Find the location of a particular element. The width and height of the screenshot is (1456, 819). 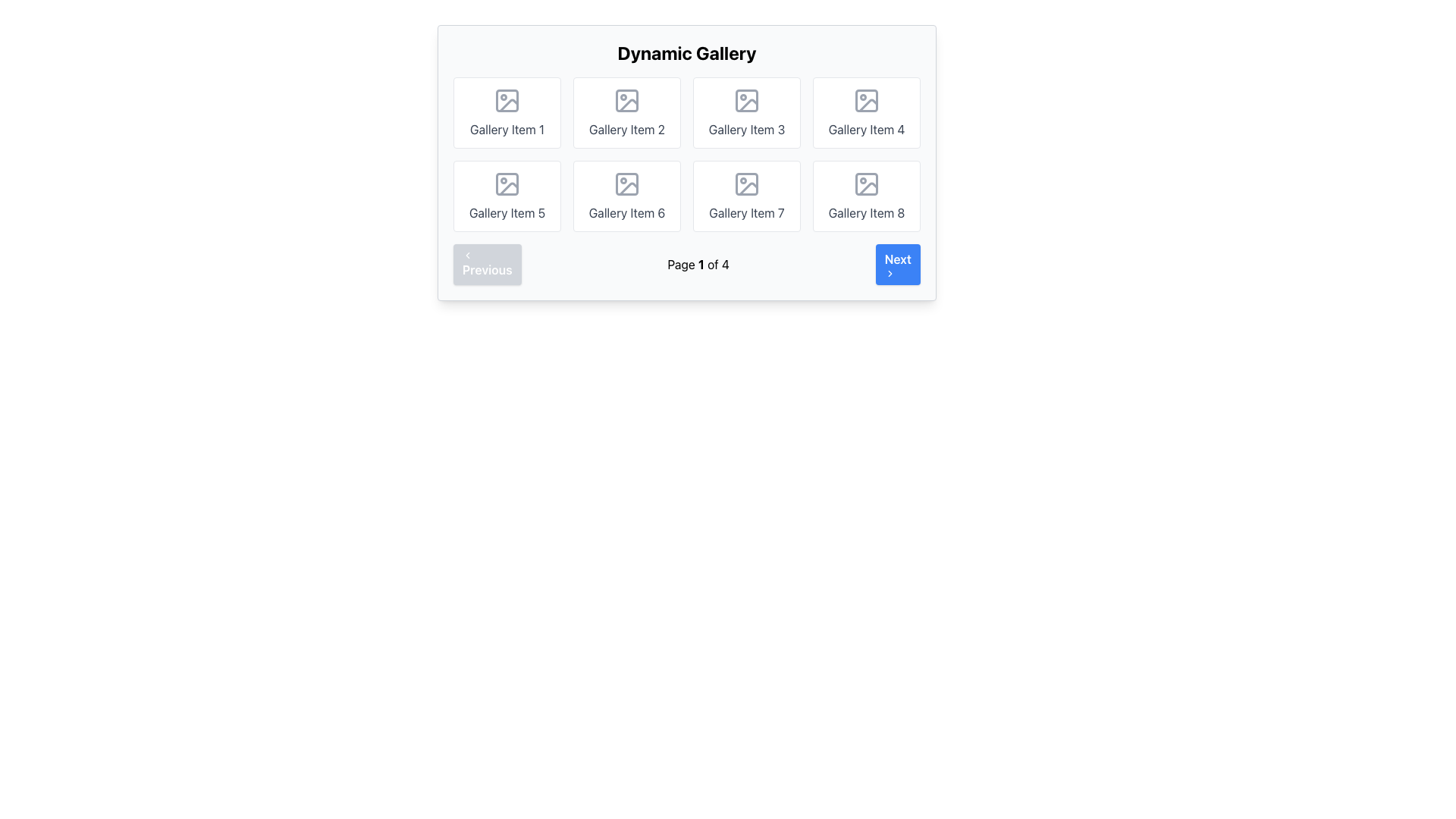

the navigation button located at the bottom-right corner of the interface, next to the text label 'Page 1 of 4', to change its color is located at coordinates (898, 263).